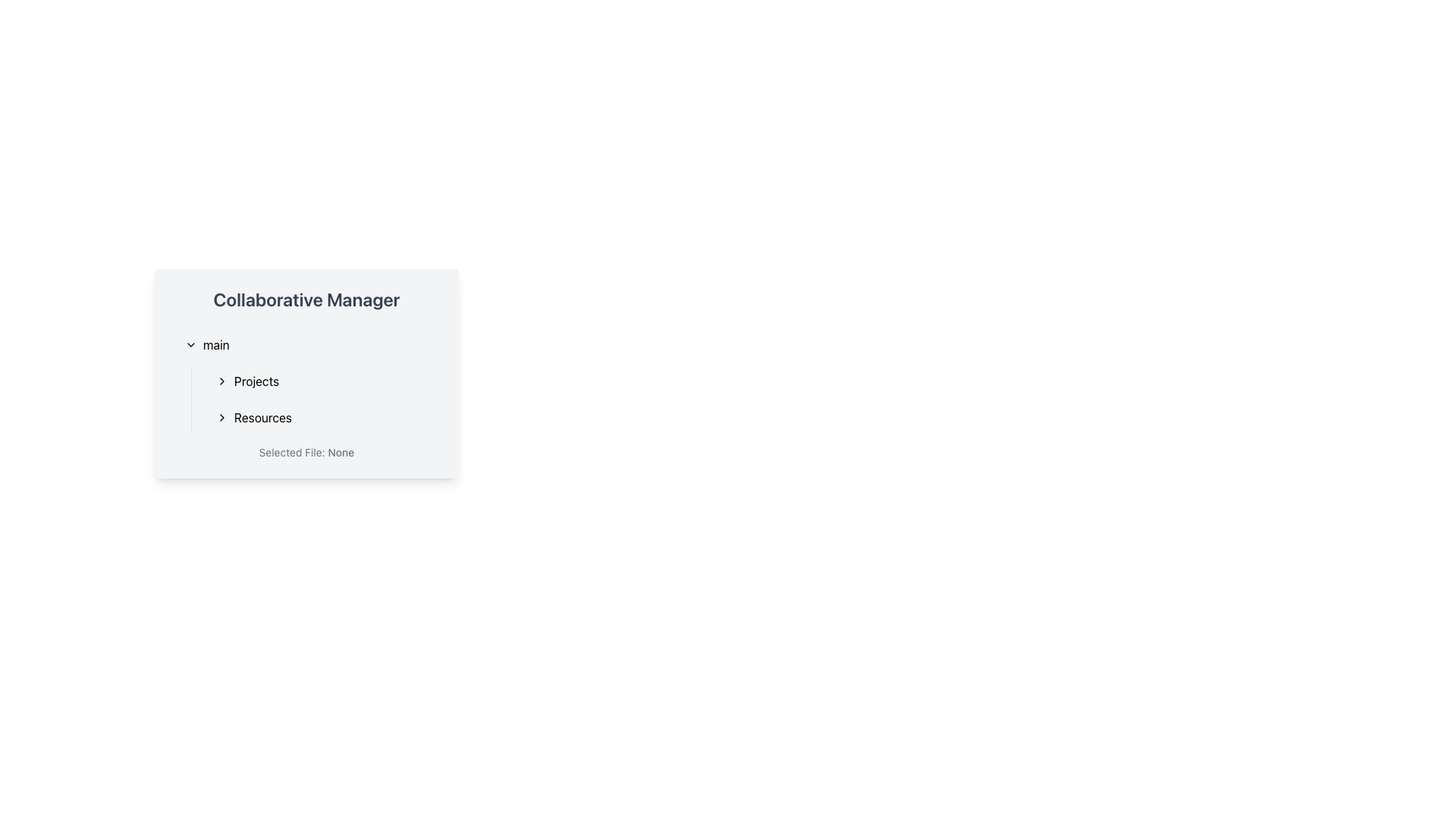 This screenshot has width=1456, height=819. I want to click on the 'Resources' sub-item in the grouped menu item located under the 'main' menu, so click(315, 399).